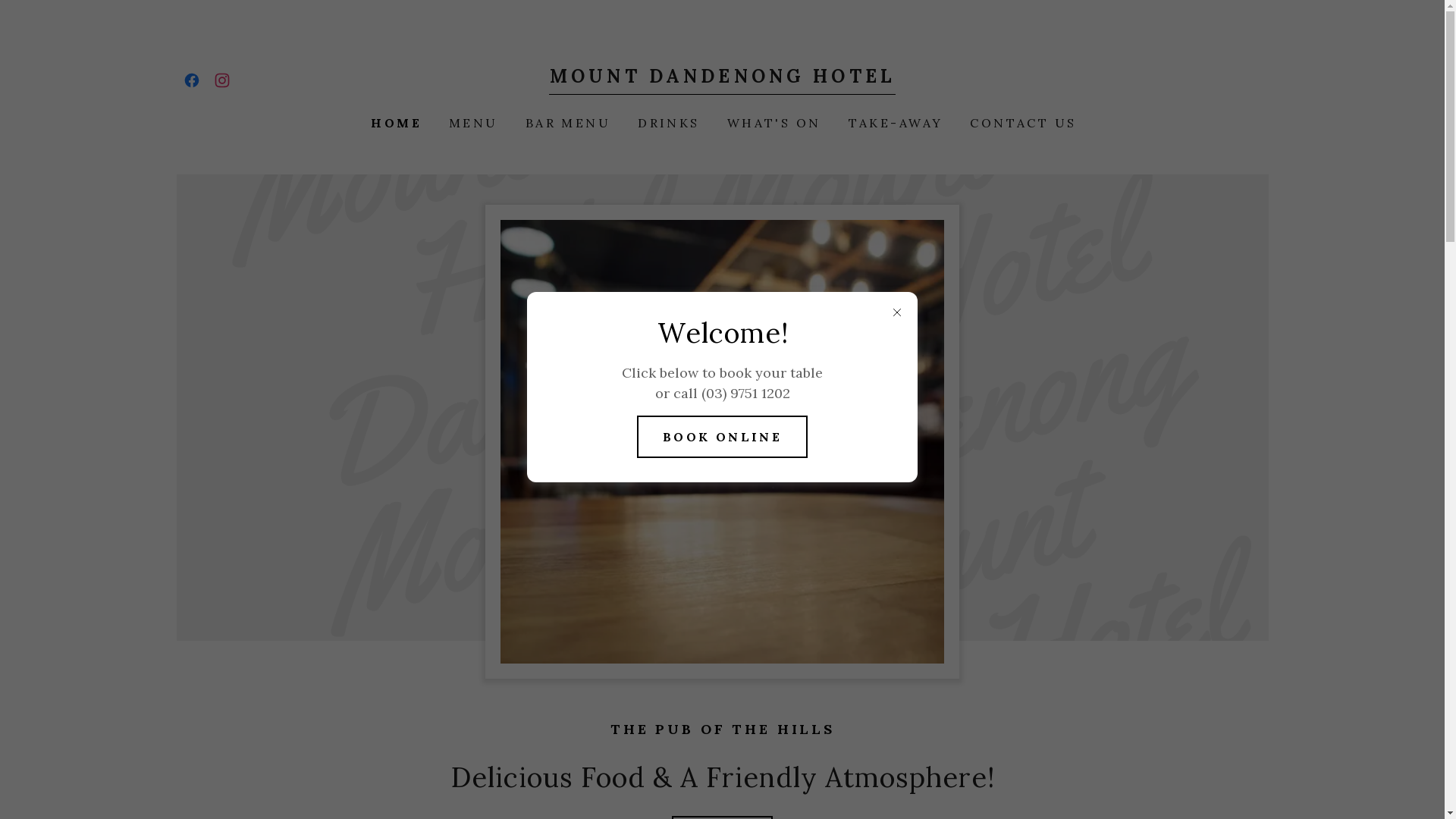  What do you see at coordinates (394, 122) in the screenshot?
I see `'HOME'` at bounding box center [394, 122].